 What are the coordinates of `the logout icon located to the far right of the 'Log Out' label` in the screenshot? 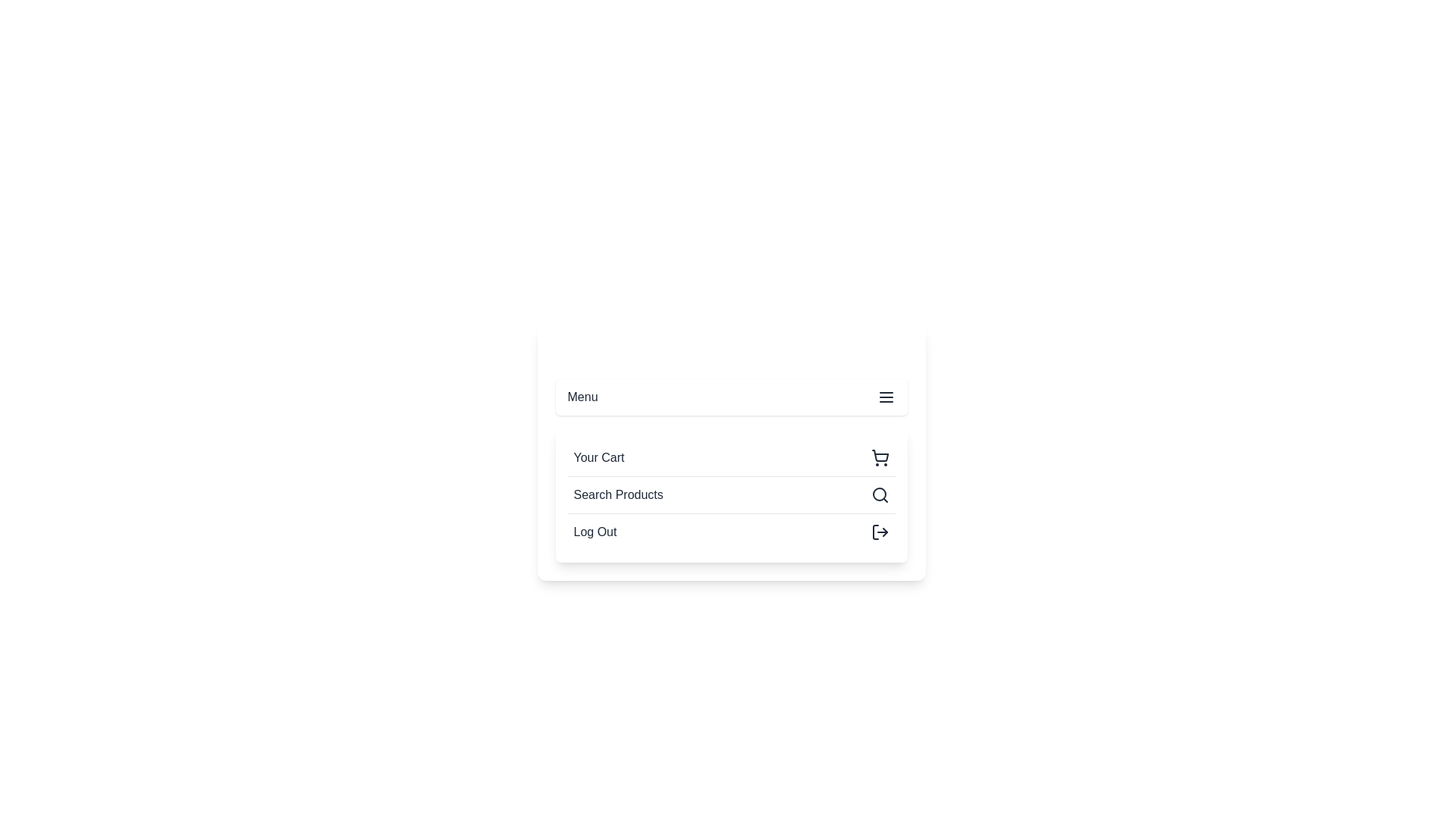 It's located at (880, 532).